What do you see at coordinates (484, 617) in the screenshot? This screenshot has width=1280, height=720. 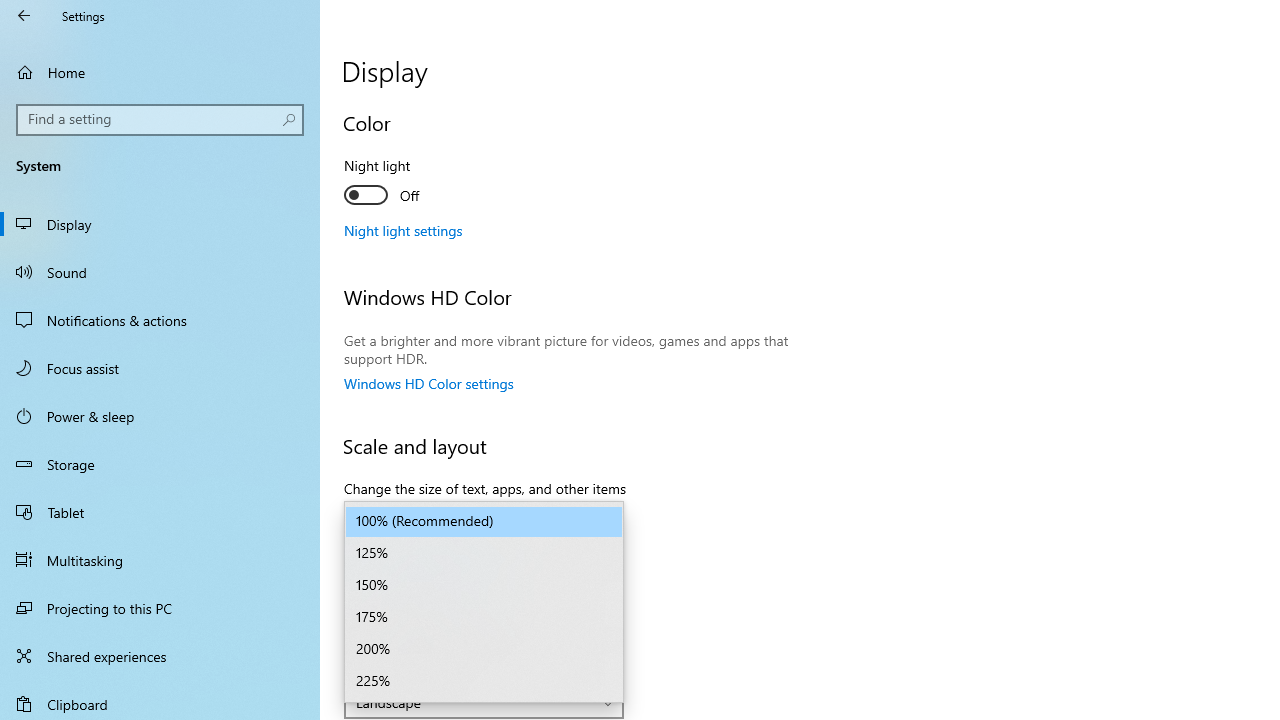 I see `'175%'` at bounding box center [484, 617].